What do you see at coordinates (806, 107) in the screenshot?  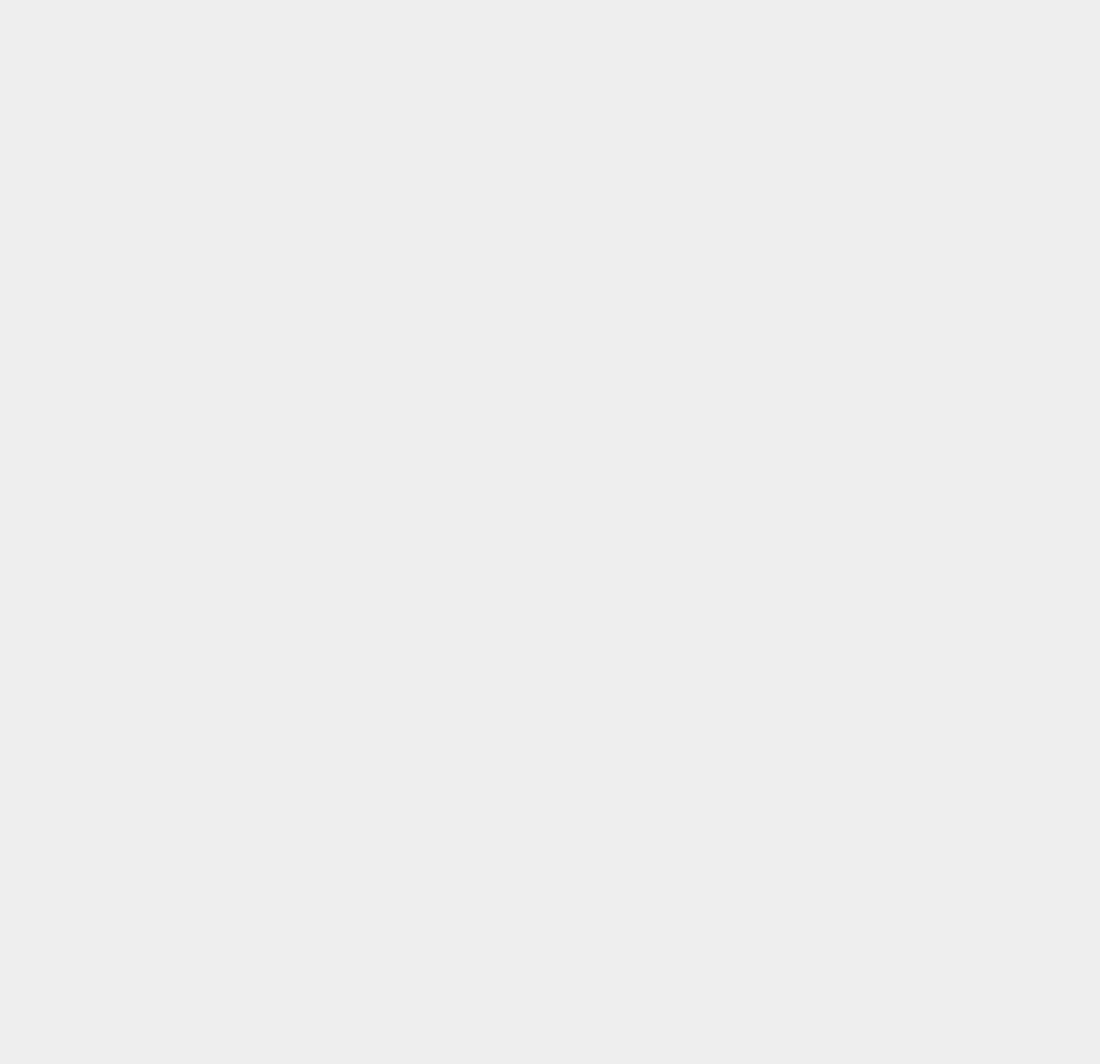 I see `'Jailbreak'` at bounding box center [806, 107].